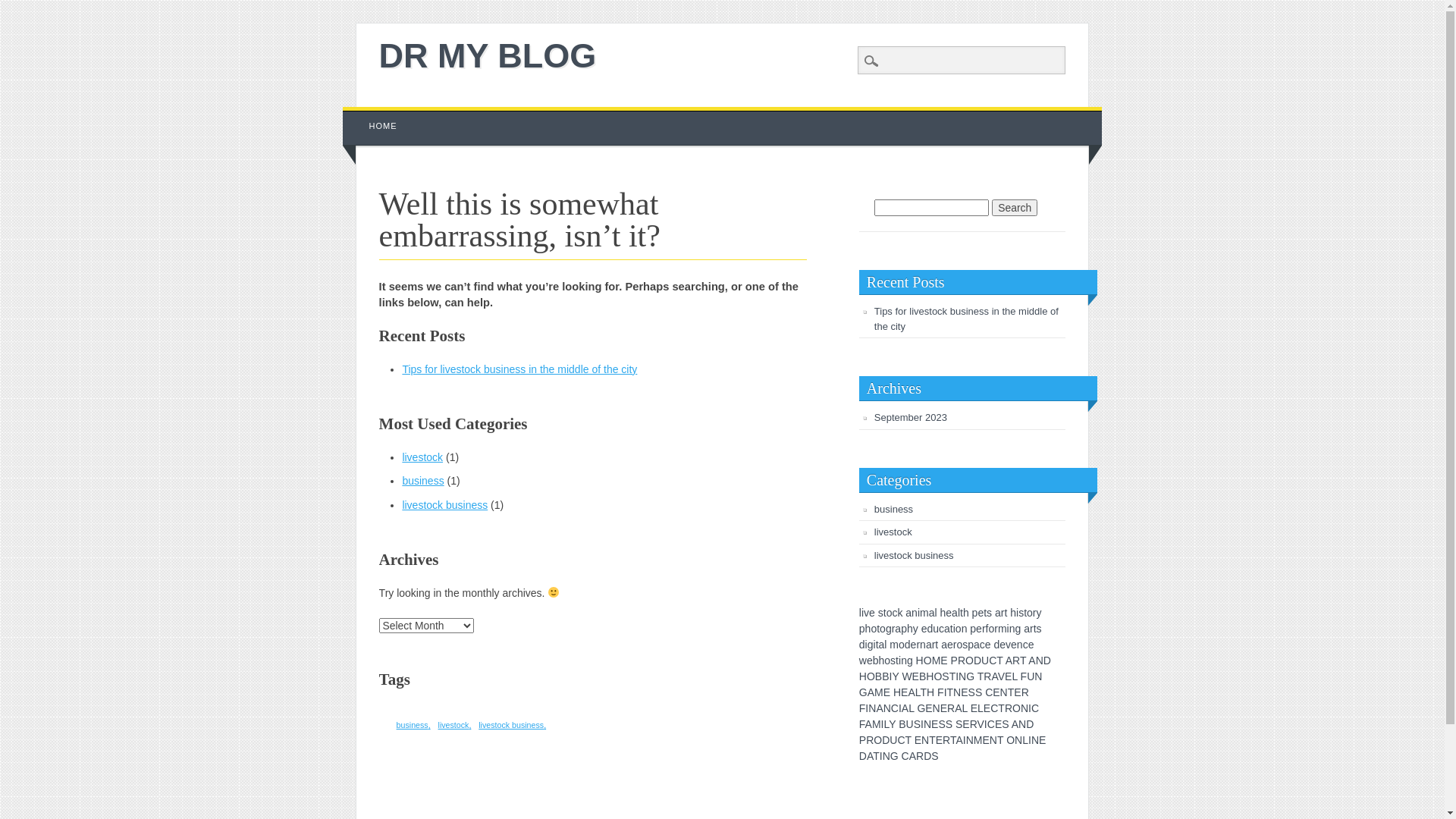 This screenshot has height=819, width=1456. What do you see at coordinates (886, 692) in the screenshot?
I see `'E'` at bounding box center [886, 692].